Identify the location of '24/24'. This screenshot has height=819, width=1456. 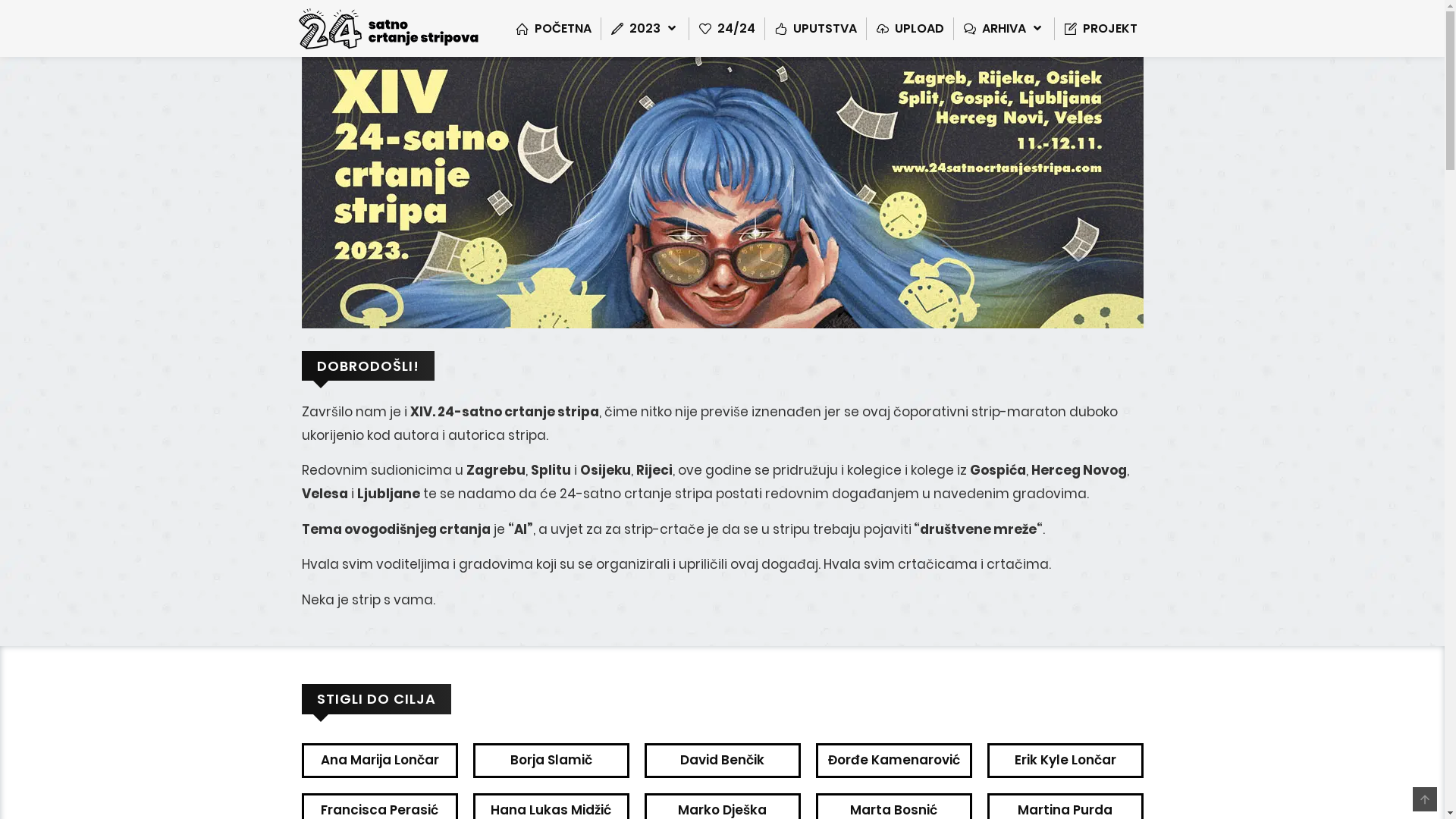
(726, 28).